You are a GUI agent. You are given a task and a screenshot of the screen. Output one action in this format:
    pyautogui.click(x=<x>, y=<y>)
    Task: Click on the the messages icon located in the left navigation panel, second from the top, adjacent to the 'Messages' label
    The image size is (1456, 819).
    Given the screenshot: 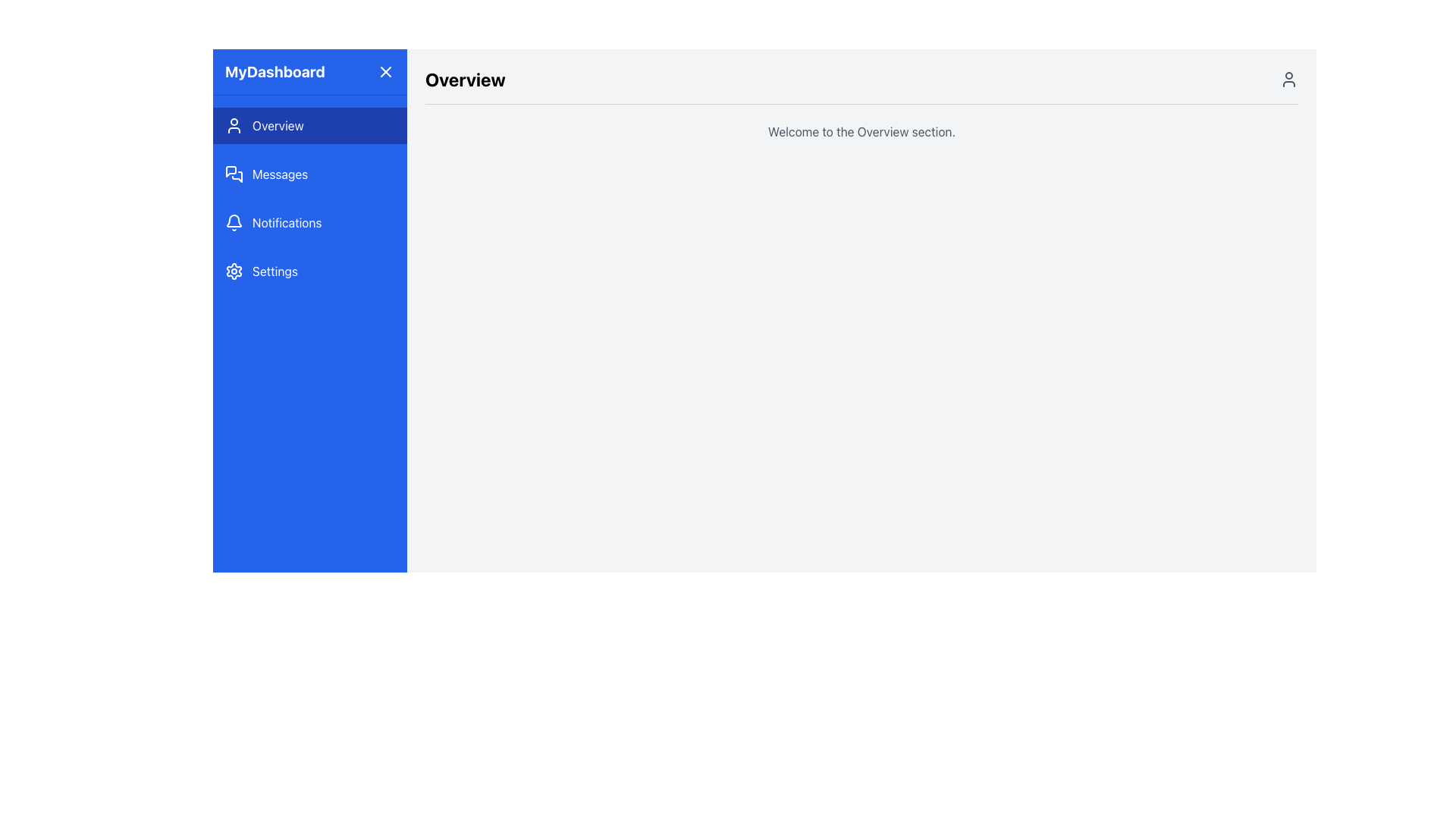 What is the action you would take?
    pyautogui.click(x=233, y=174)
    